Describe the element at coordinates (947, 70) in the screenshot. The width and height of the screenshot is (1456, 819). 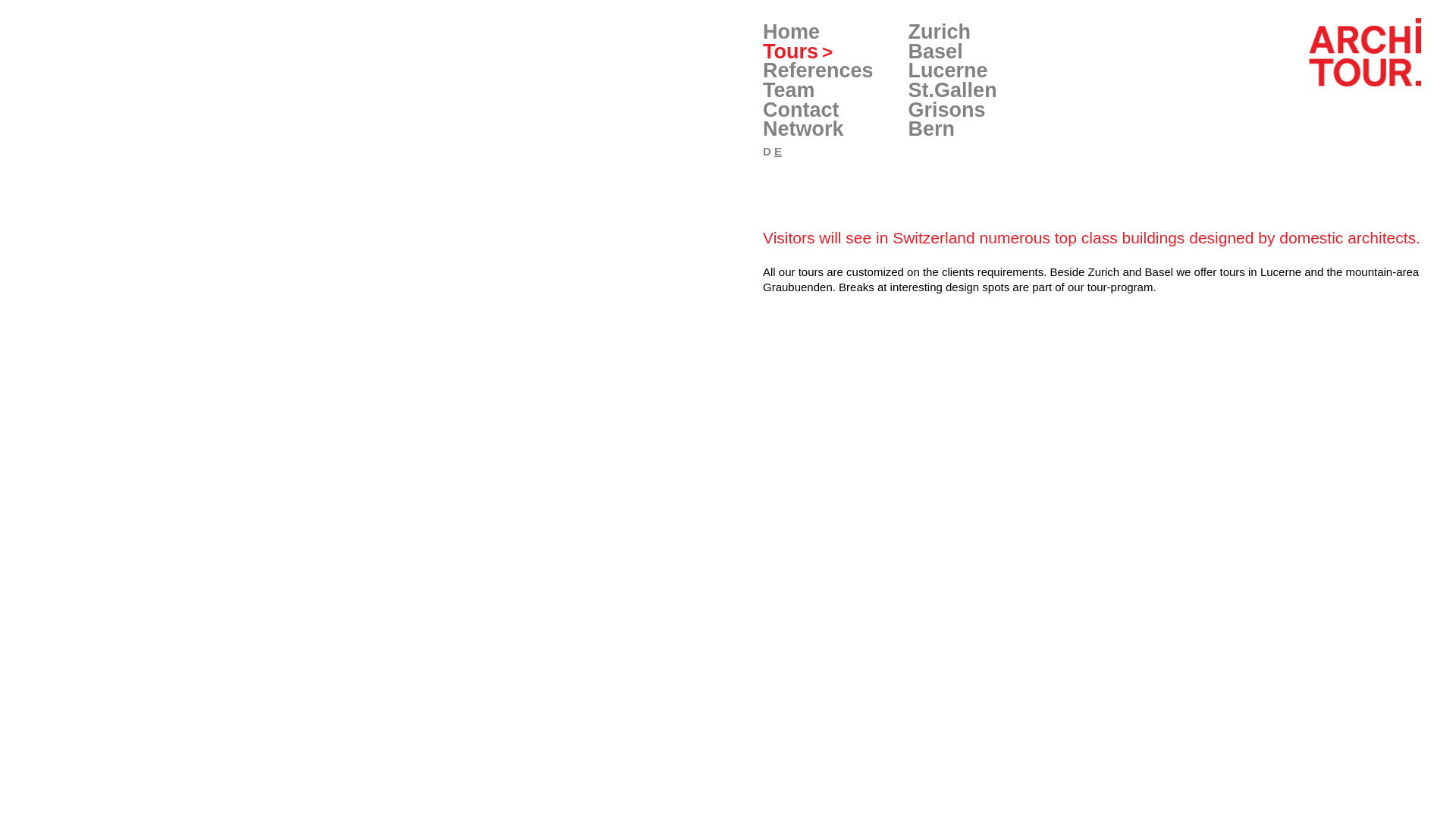
I see `'Lucerne'` at that location.